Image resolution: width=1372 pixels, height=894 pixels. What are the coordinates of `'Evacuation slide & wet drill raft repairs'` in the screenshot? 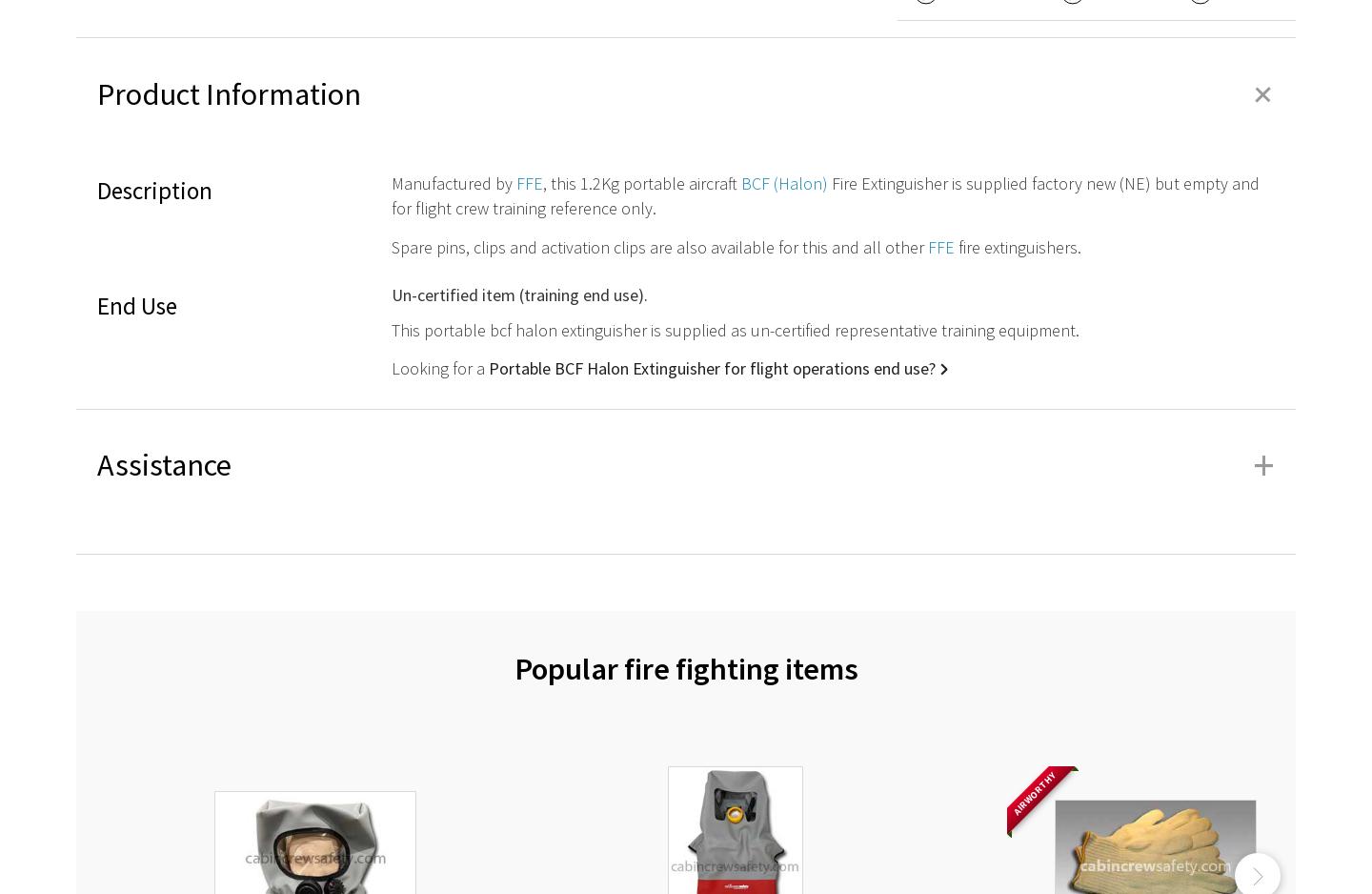 It's located at (544, 675).